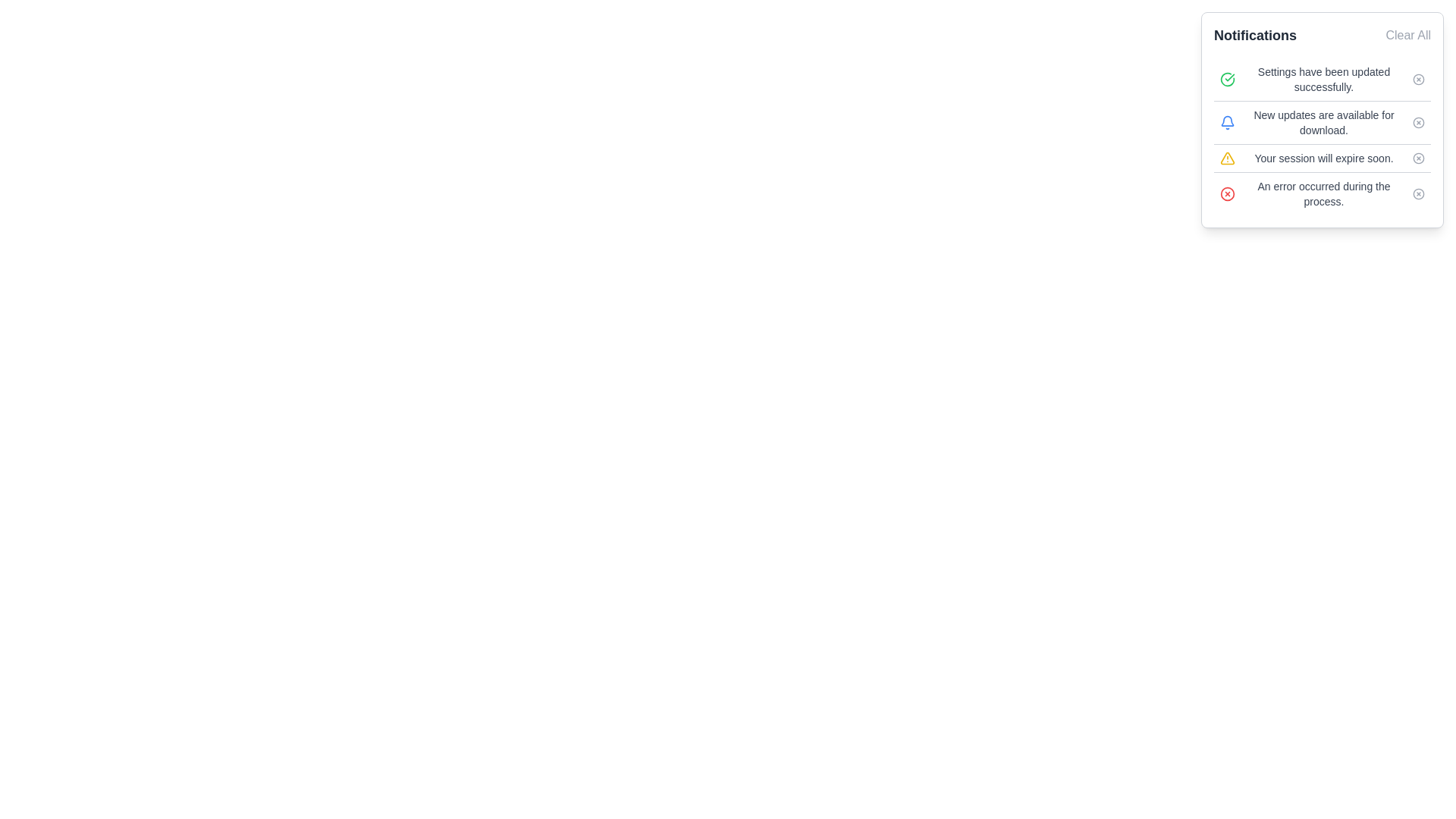  Describe the element at coordinates (1321, 121) in the screenshot. I see `the second notification item in the Notifications section` at that location.